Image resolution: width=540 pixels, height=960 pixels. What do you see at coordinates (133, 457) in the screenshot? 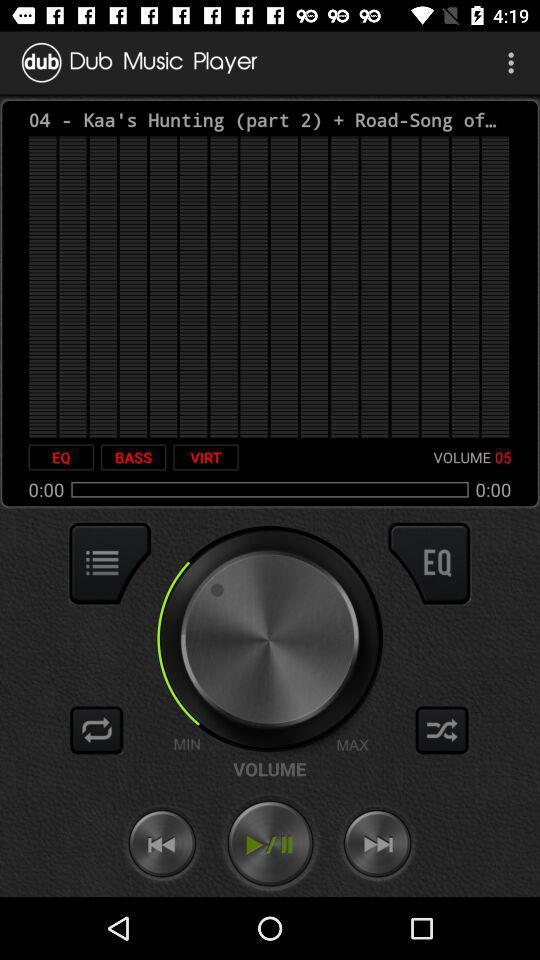
I see `the icon next to   eq   item` at bounding box center [133, 457].